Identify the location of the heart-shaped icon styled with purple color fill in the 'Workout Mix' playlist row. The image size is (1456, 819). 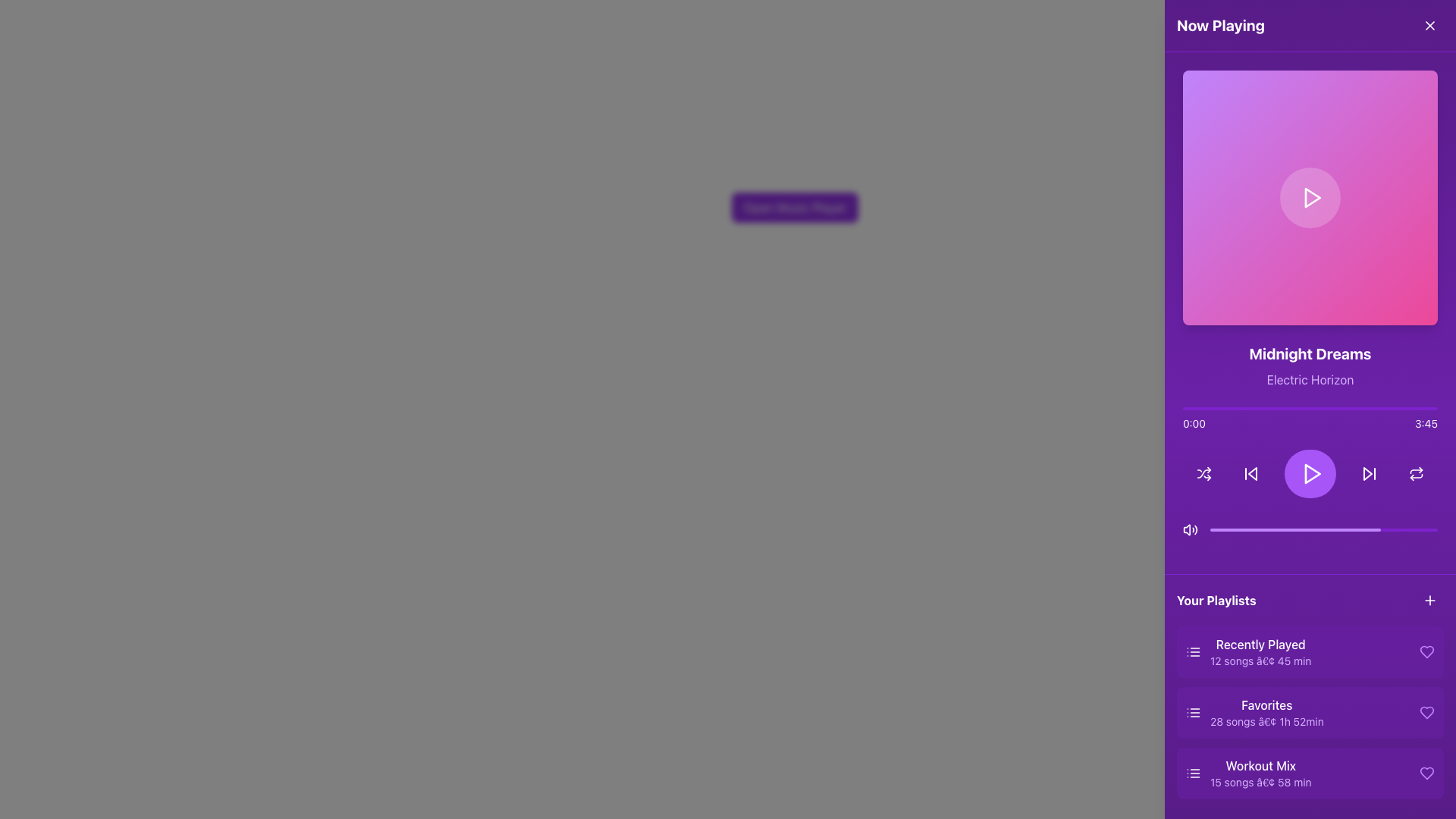
(1426, 773).